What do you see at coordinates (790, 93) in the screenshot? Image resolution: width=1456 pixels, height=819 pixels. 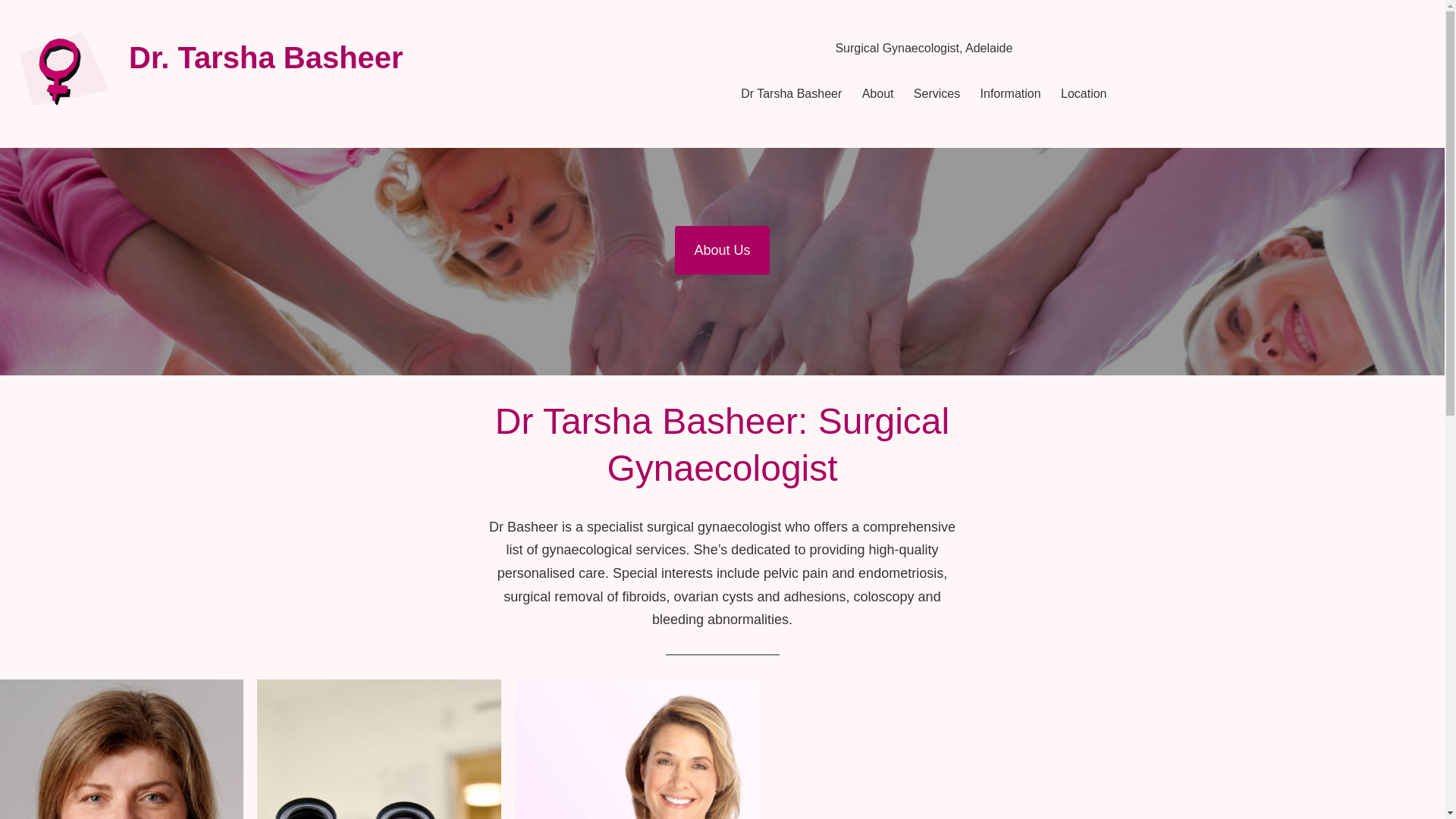 I see `'Dr Tarsha Basheer'` at bounding box center [790, 93].